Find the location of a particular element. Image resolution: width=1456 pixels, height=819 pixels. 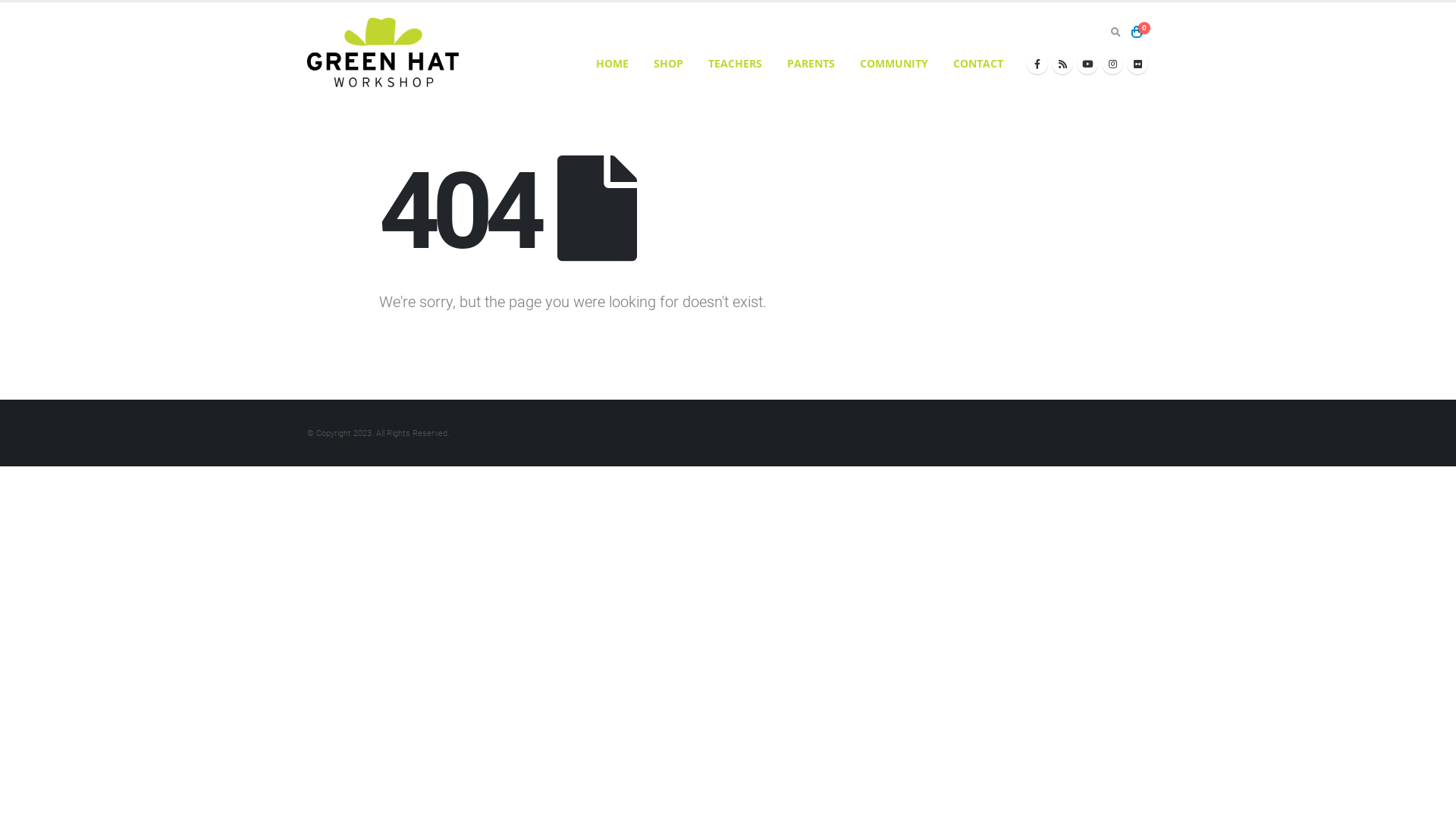

'Youtube' is located at coordinates (1087, 63).